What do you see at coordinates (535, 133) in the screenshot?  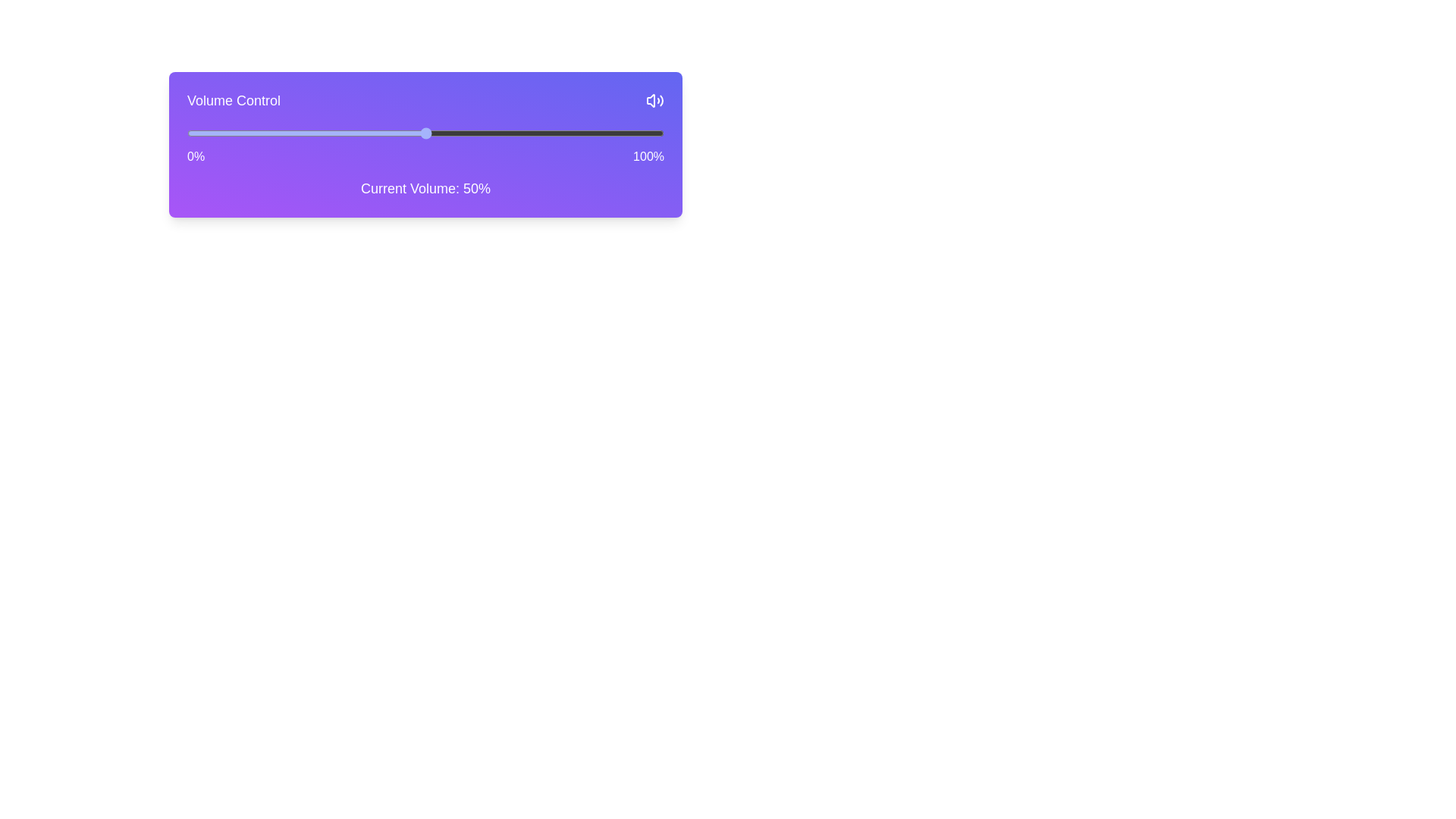 I see `volume level` at bounding box center [535, 133].